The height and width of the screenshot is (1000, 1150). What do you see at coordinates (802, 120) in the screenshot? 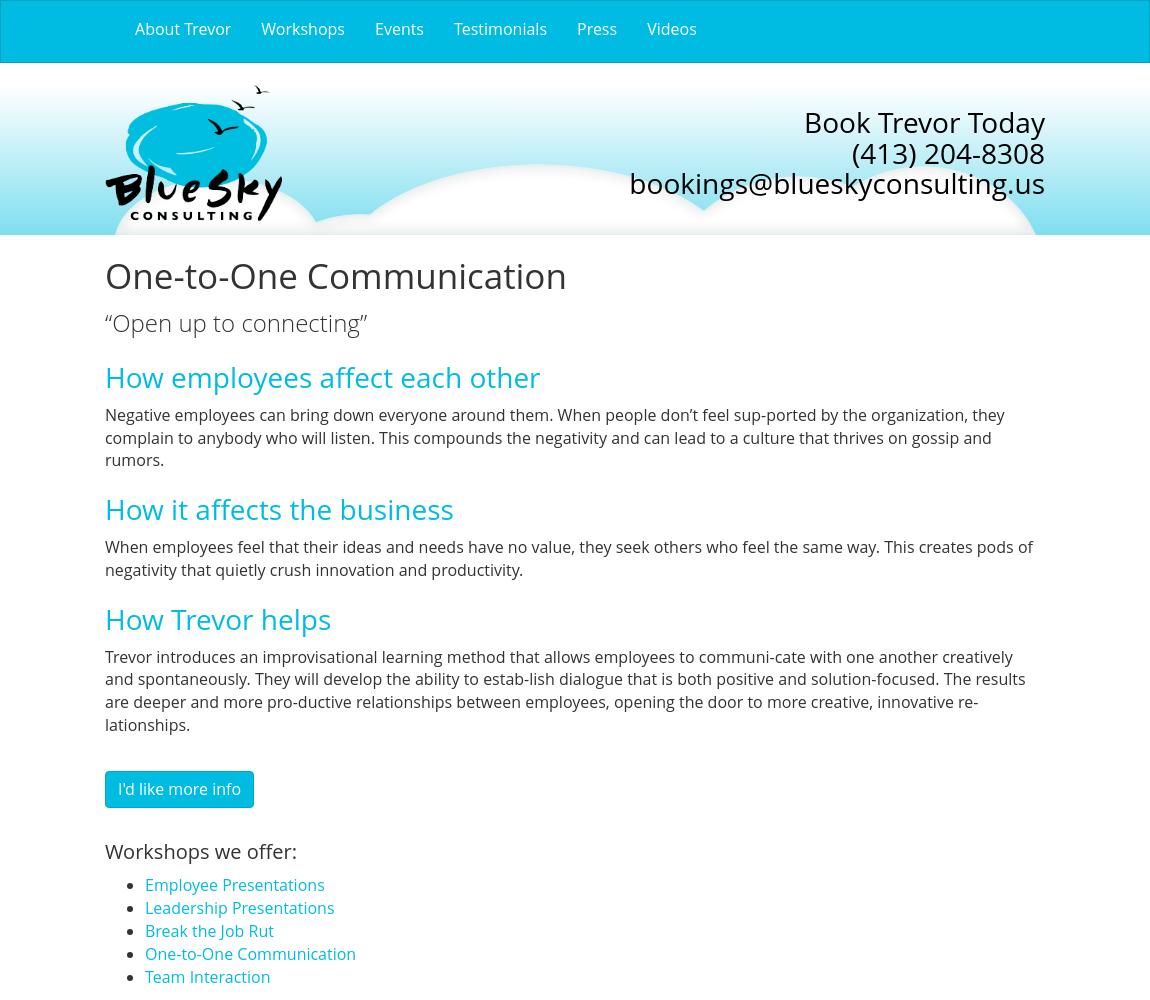
I see `'Book Trevor Today'` at bounding box center [802, 120].